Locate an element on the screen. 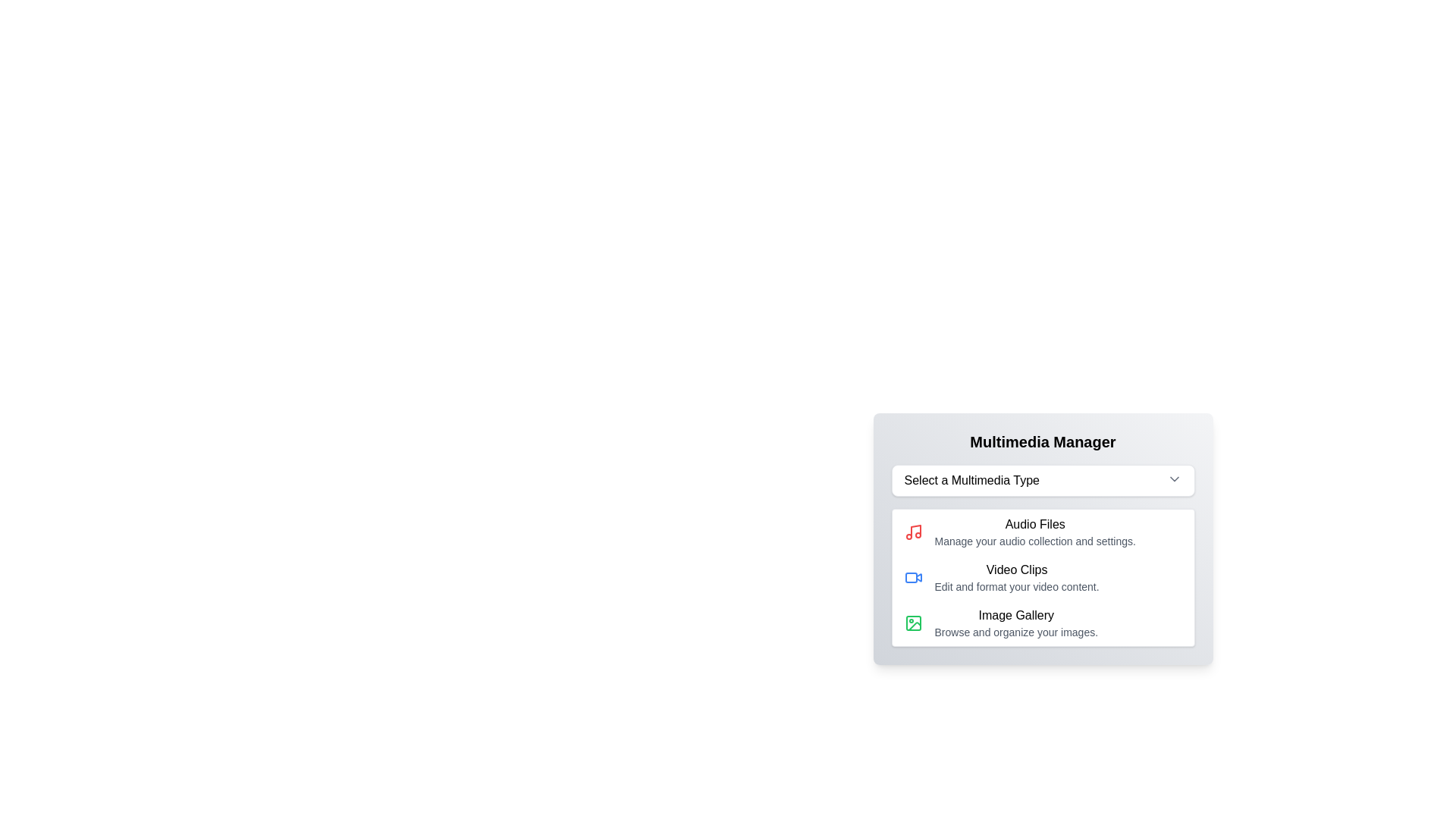  the descriptive text reading 'Edit and format your video content.' which is positioned below the 'Video Clips' label is located at coordinates (1017, 586).